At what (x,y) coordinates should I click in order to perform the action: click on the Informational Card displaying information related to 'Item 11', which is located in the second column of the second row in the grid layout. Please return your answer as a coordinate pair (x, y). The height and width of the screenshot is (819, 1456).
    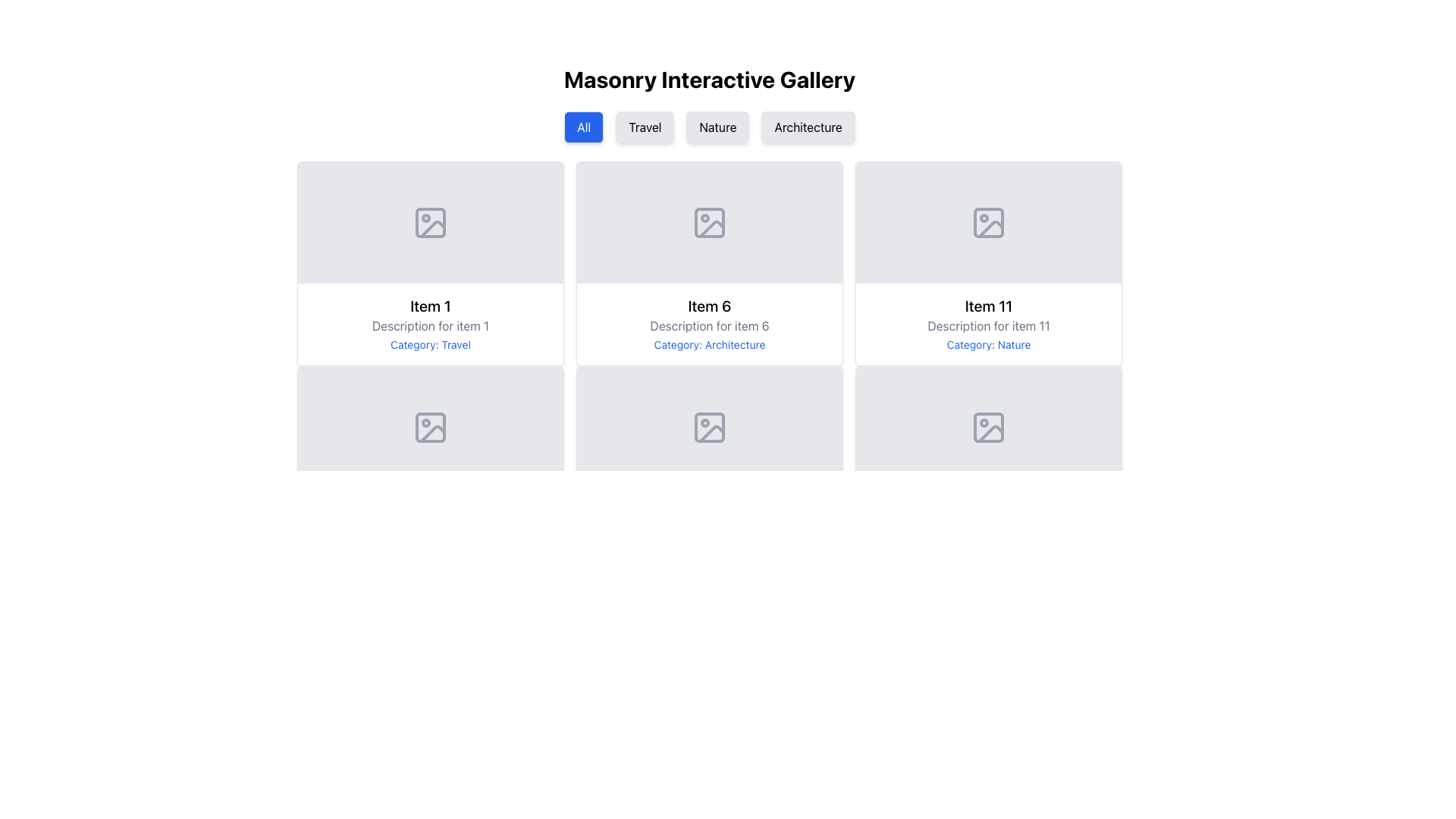
    Looking at the image, I should click on (989, 262).